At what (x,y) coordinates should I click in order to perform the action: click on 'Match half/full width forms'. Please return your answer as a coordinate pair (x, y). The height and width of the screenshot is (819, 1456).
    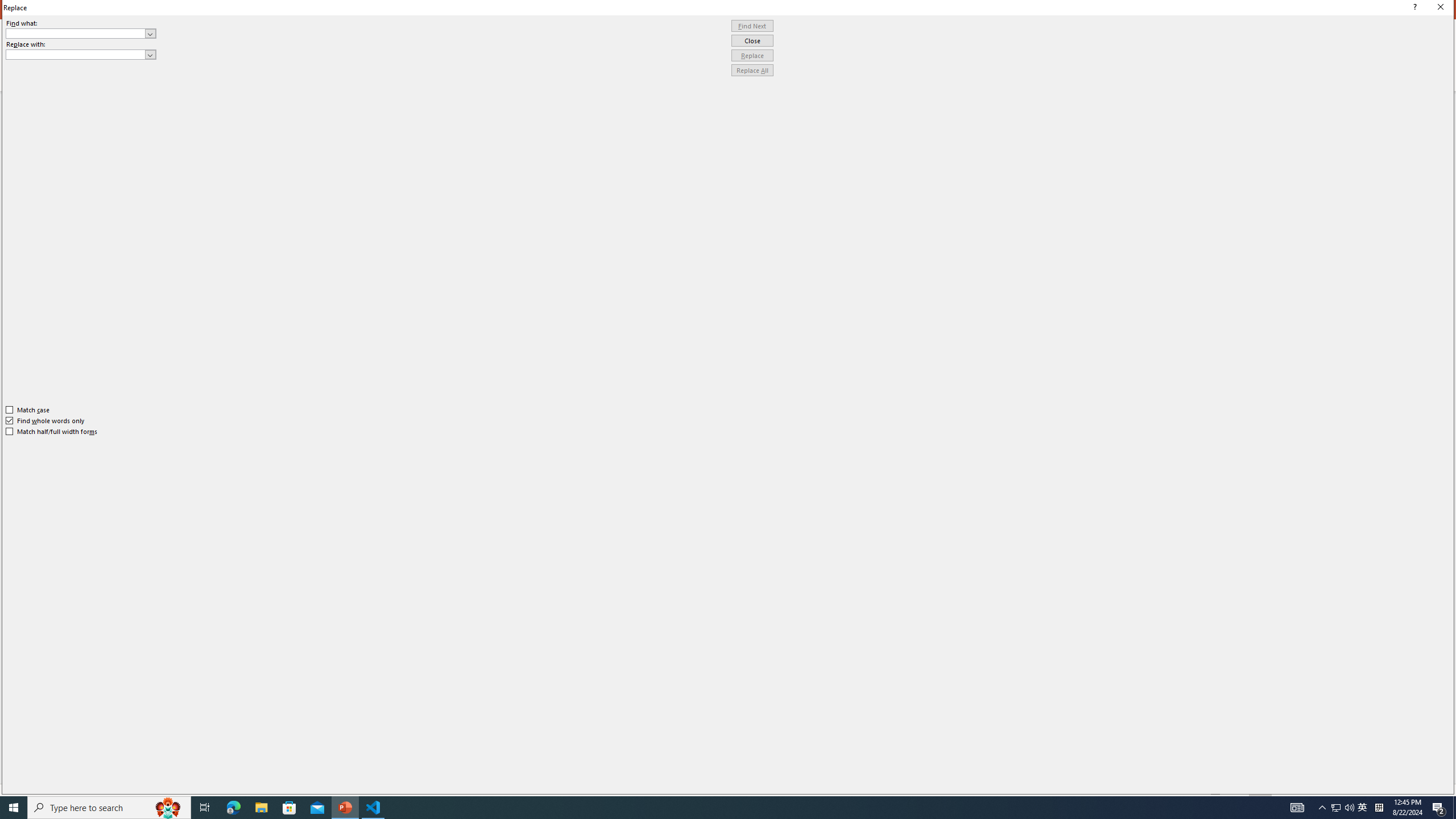
    Looking at the image, I should click on (52, 431).